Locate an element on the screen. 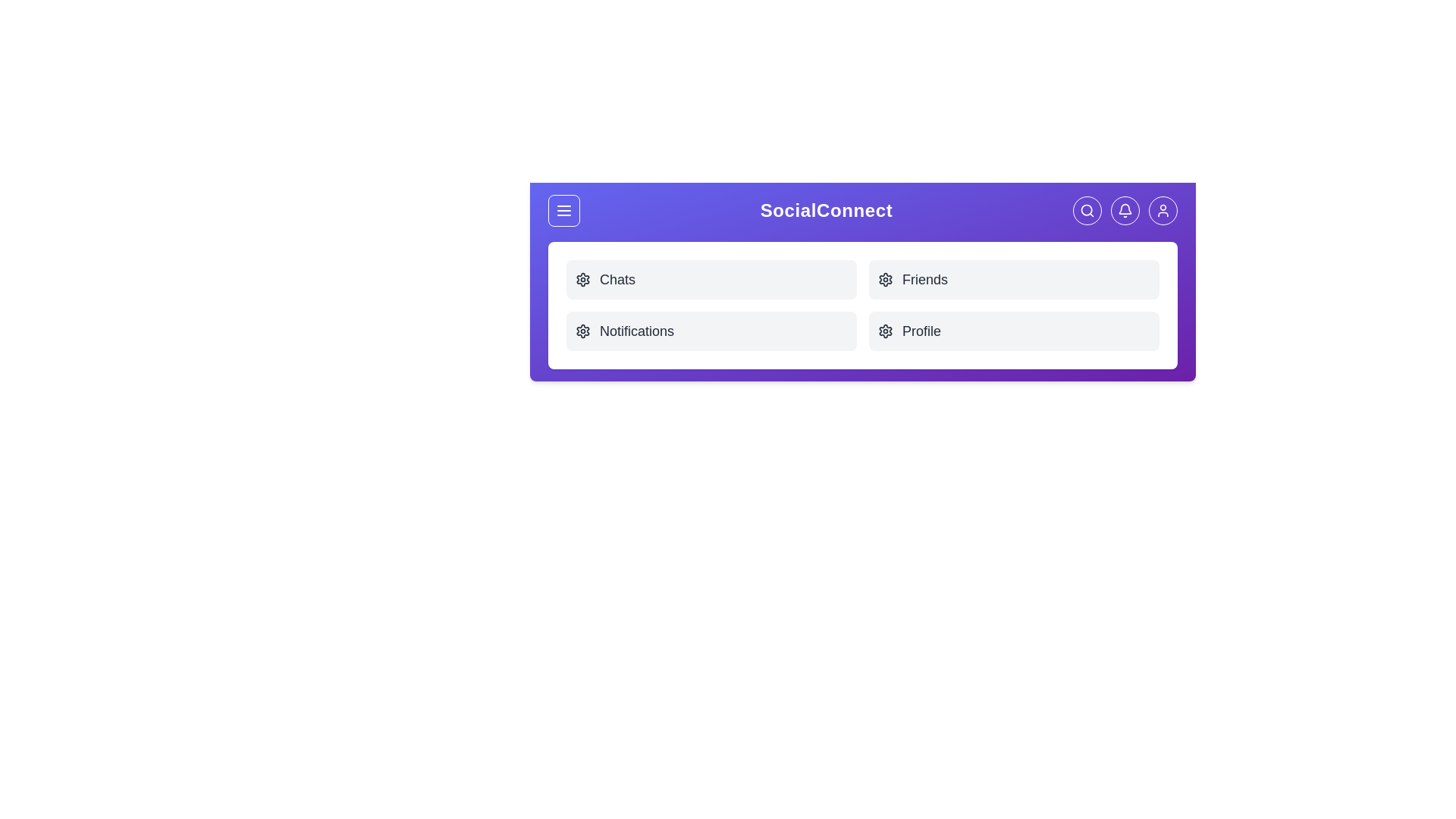 The width and height of the screenshot is (1456, 819). the menu item labeled Friends to access its functionality is located at coordinates (1014, 280).